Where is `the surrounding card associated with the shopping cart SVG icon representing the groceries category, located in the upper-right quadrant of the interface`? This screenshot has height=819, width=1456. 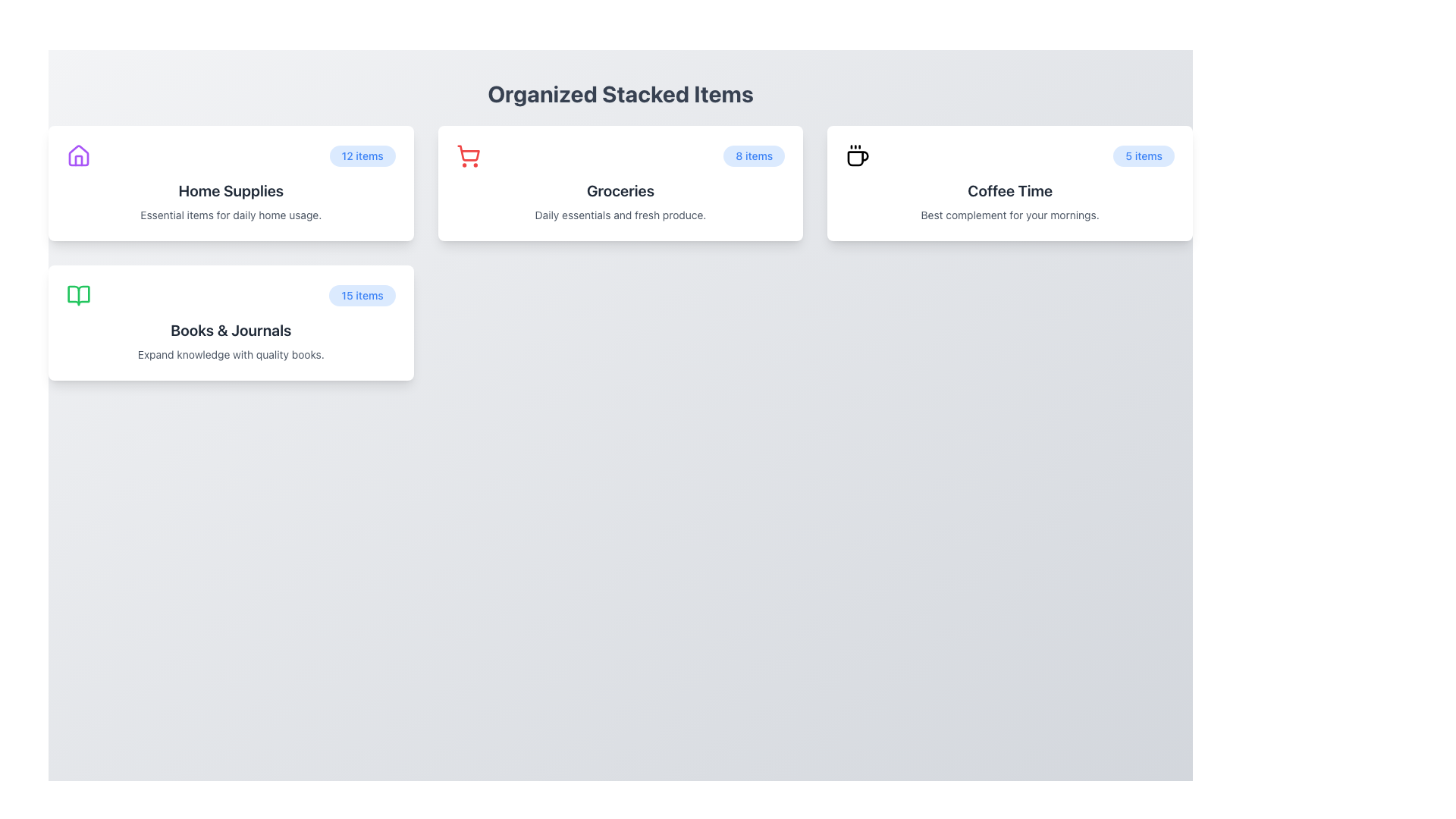 the surrounding card associated with the shopping cart SVG icon representing the groceries category, located in the upper-right quadrant of the interface is located at coordinates (467, 153).